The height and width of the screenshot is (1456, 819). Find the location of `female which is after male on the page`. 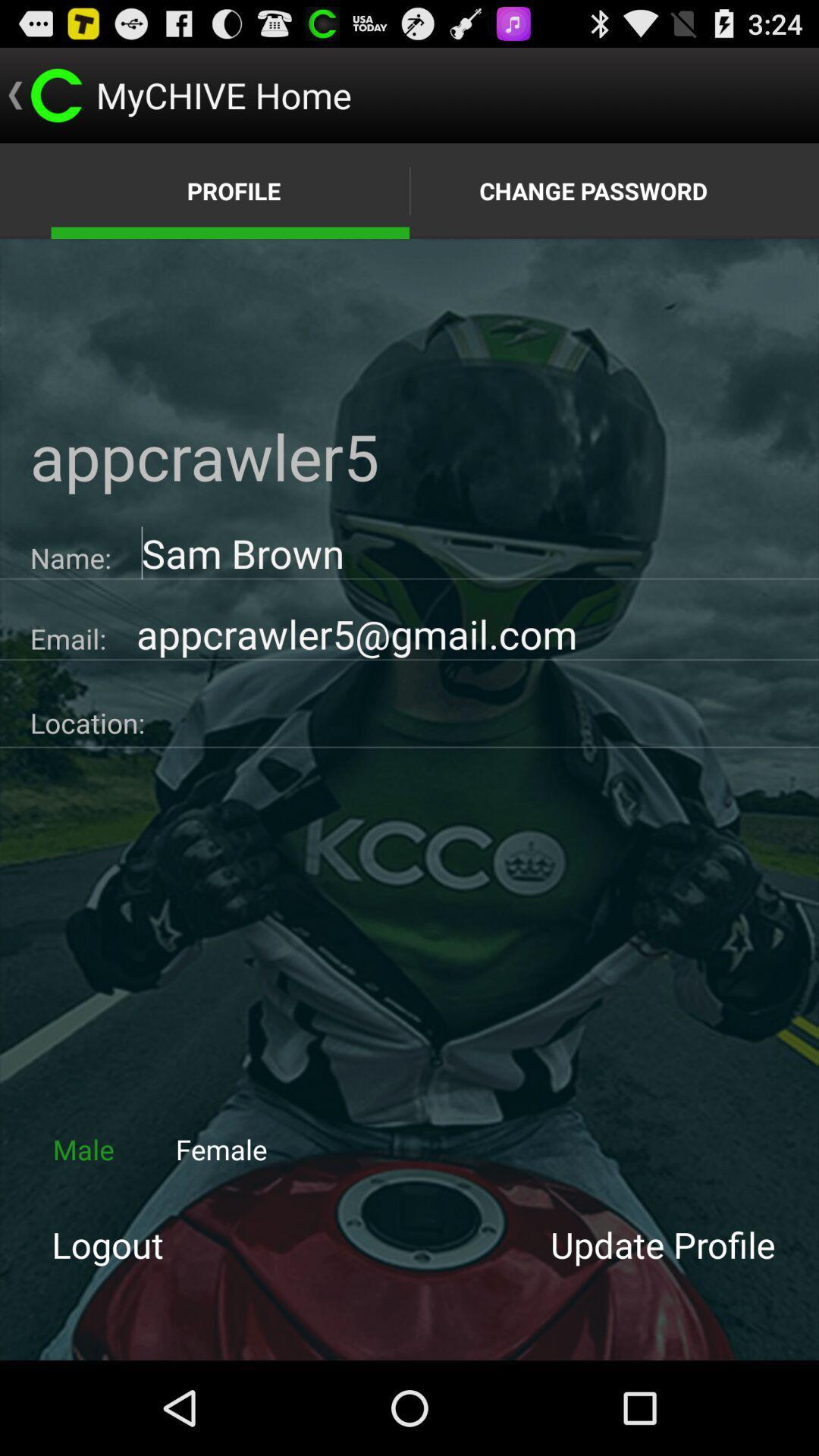

female which is after male on the page is located at coordinates (221, 1150).